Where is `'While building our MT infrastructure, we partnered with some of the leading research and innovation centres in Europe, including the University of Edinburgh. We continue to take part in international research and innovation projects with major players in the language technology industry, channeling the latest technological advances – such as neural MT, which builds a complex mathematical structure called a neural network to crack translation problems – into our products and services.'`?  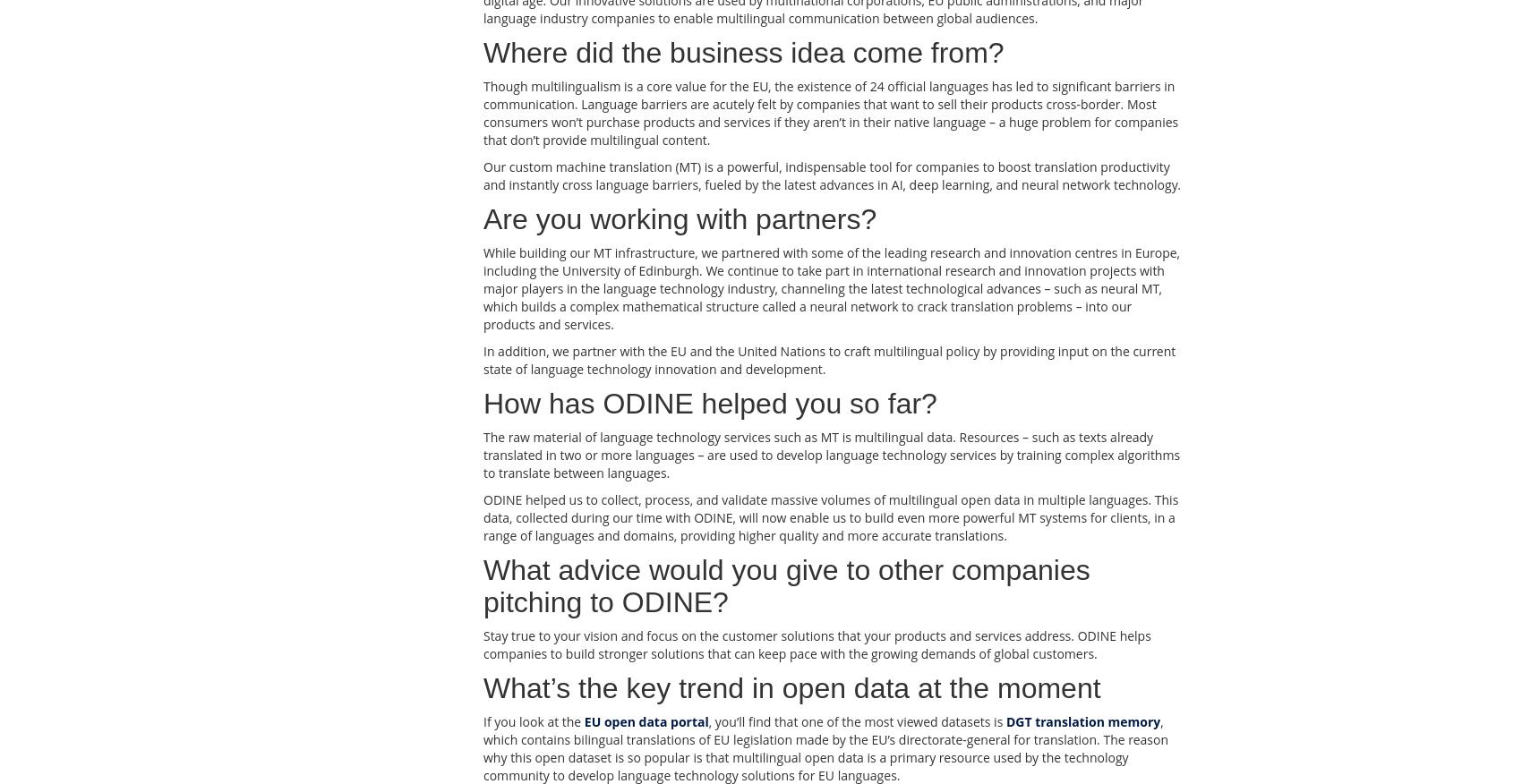
'While building our MT infrastructure, we partnered with some of the leading research and innovation centres in Europe, including the University of Edinburgh. We continue to take part in international research and innovation projects with major players in the language technology industry, channeling the latest technological advances – such as neural MT, which builds a complex mathematical structure called a neural network to crack translation problems – into our products and services.' is located at coordinates (831, 288).